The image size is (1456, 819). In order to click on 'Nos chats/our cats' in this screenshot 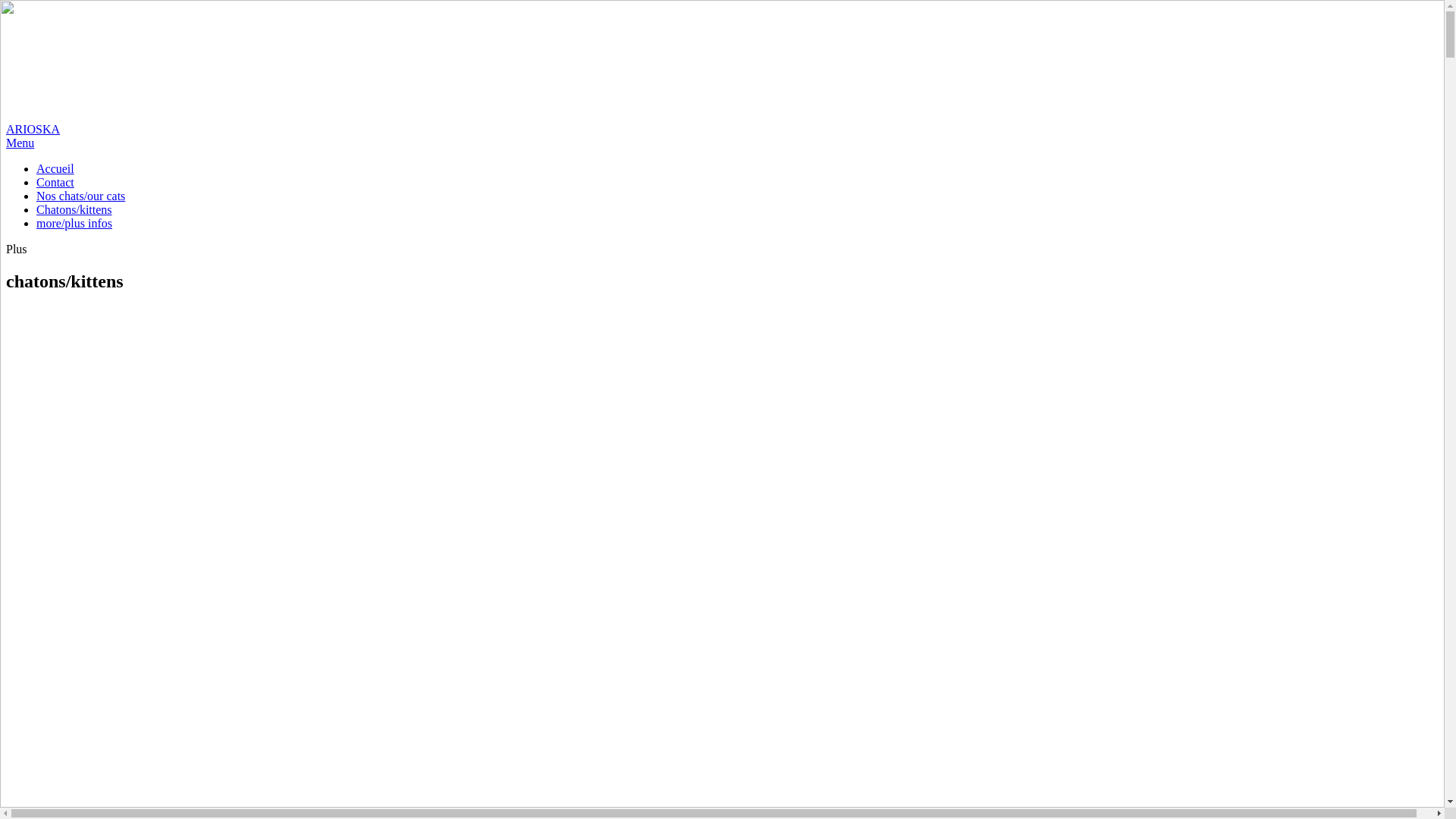, I will do `click(80, 195)`.